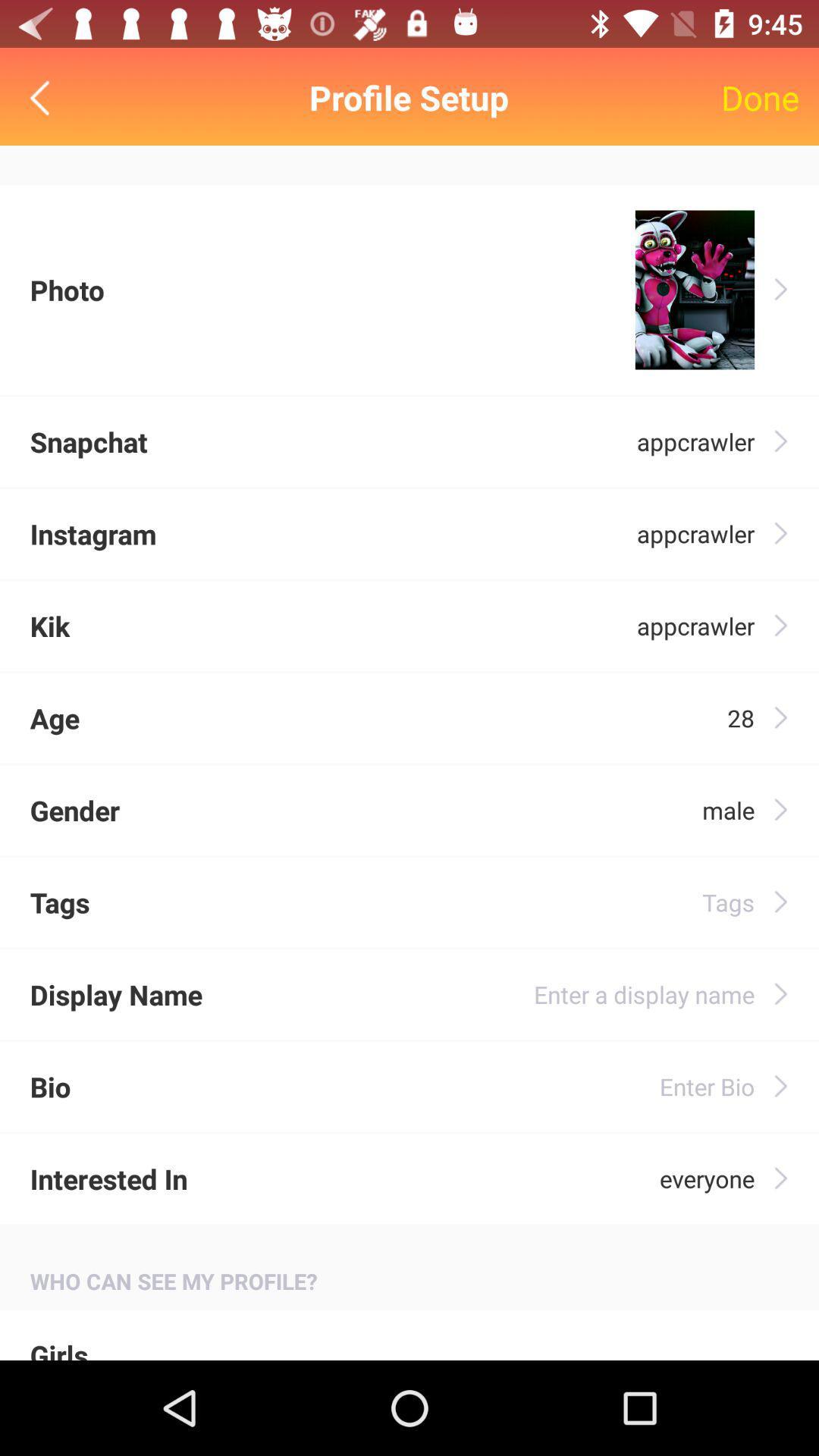 The image size is (819, 1456). I want to click on the item to the left of profile setup icon, so click(42, 97).